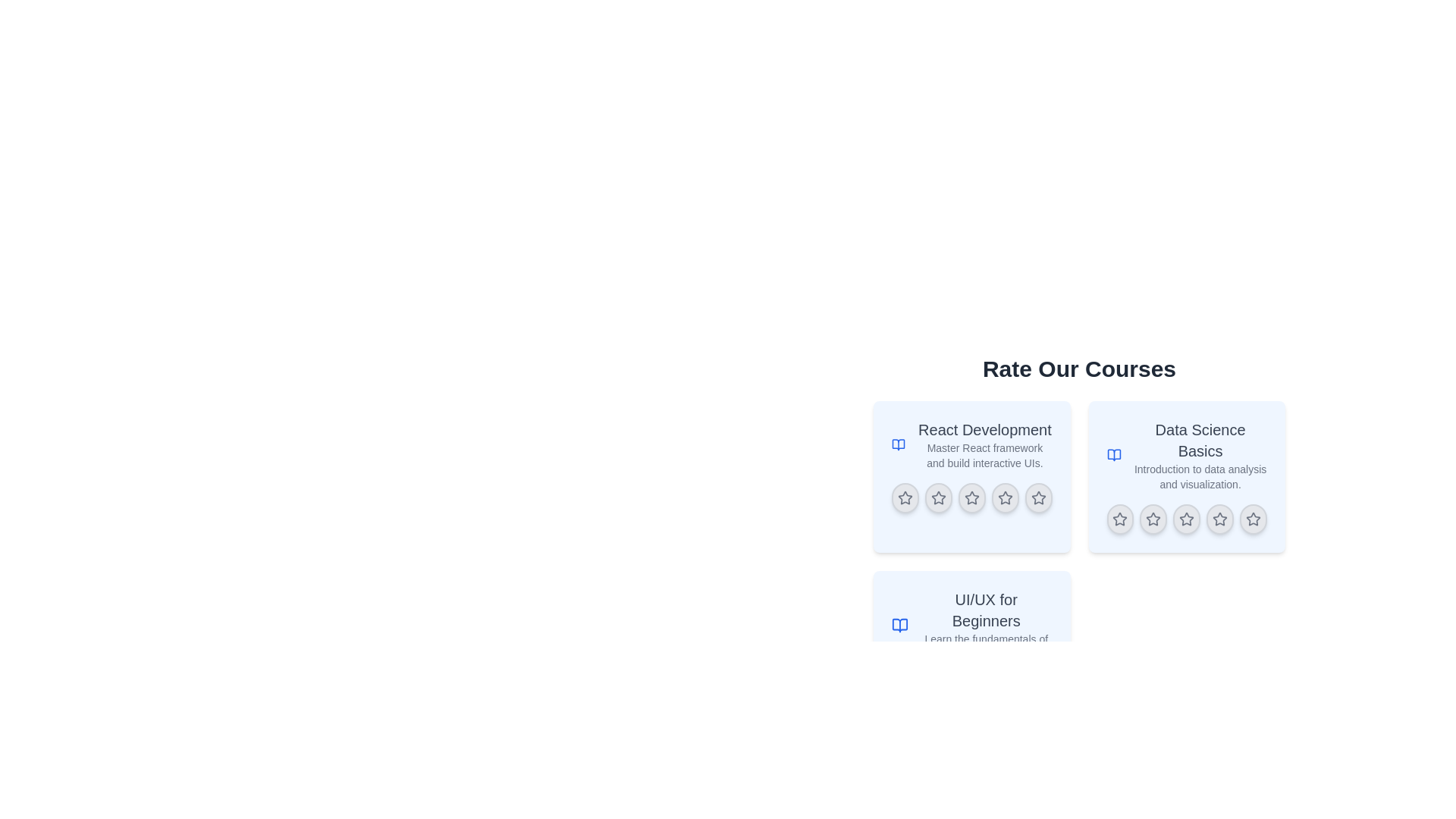 Image resolution: width=1456 pixels, height=819 pixels. I want to click on title displayed in the lower-left card of the 'Rate Our Courses' section, which is positioned above the text 'Learn the fundamentals of UI/UX design.', so click(986, 610).